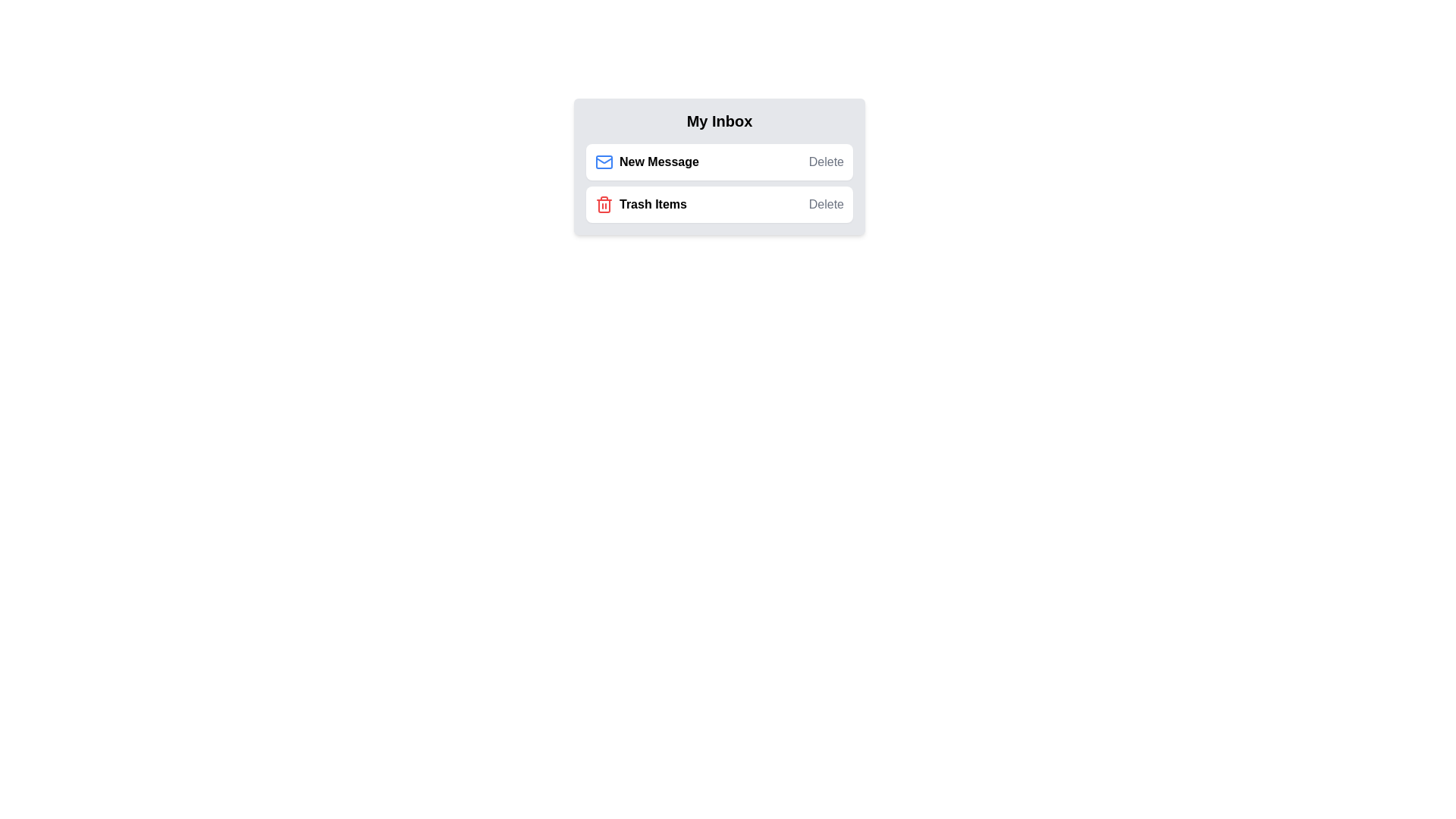  What do you see at coordinates (825, 205) in the screenshot?
I see `the delete button for Trash Items` at bounding box center [825, 205].